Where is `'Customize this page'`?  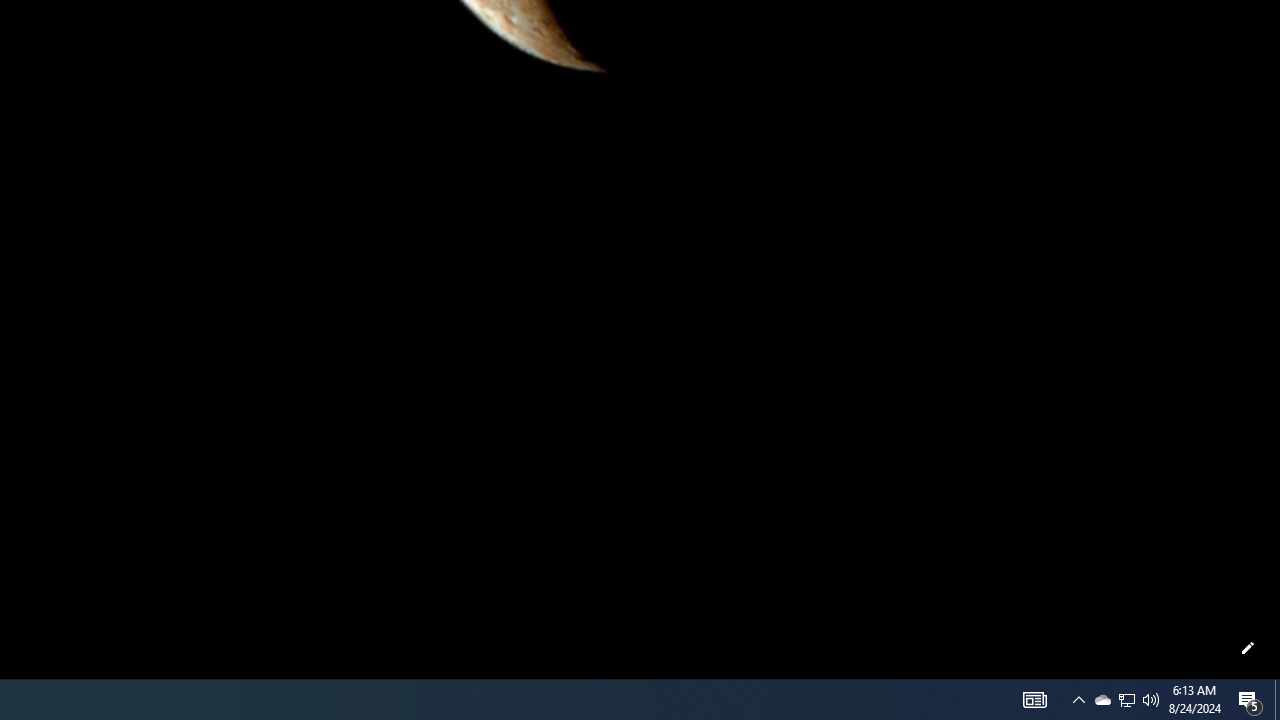
'Customize this page' is located at coordinates (1247, 648).